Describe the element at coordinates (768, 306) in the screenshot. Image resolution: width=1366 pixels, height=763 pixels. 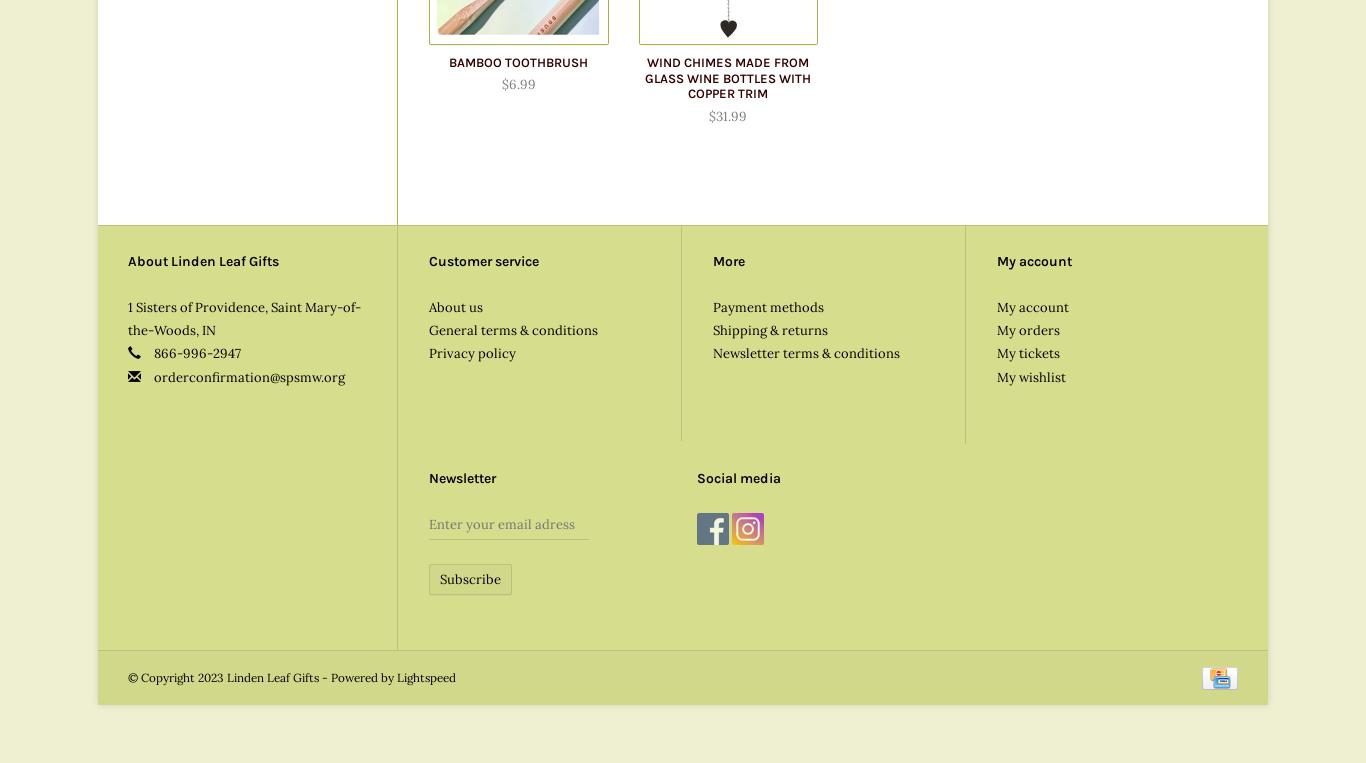
I see `'Payment methods'` at that location.